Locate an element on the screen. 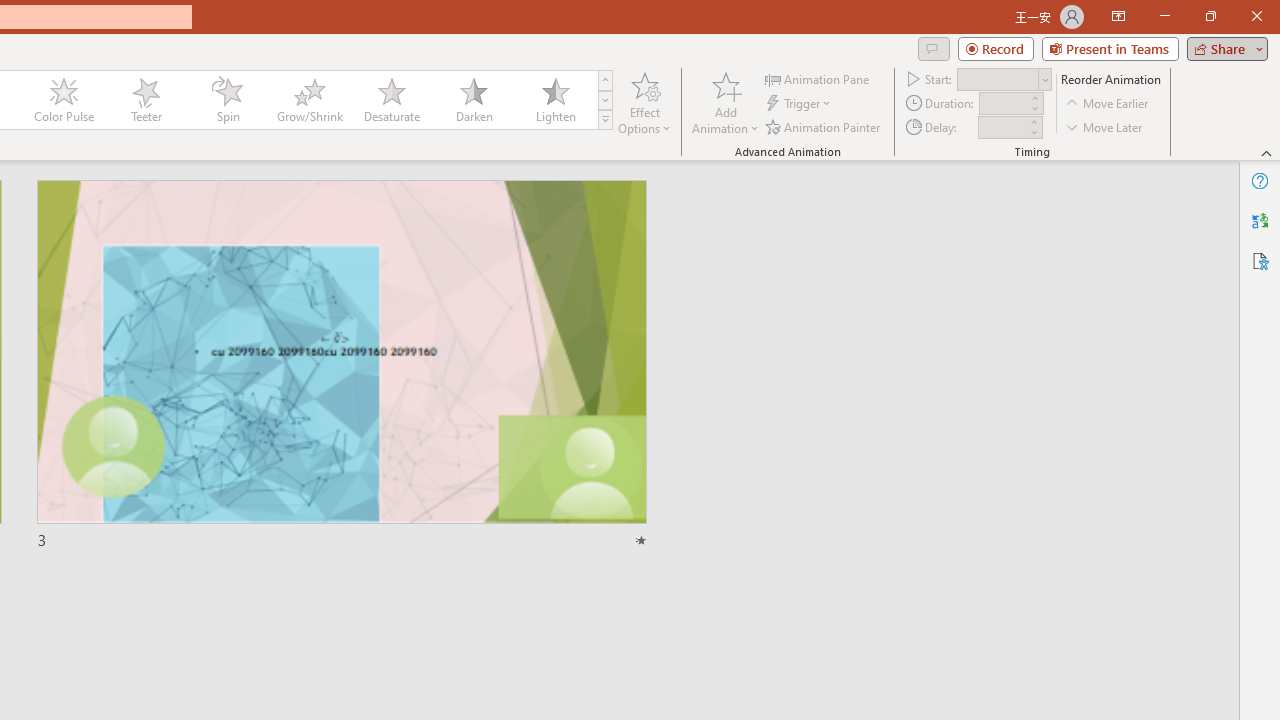  'Move Later' is located at coordinates (1104, 127).